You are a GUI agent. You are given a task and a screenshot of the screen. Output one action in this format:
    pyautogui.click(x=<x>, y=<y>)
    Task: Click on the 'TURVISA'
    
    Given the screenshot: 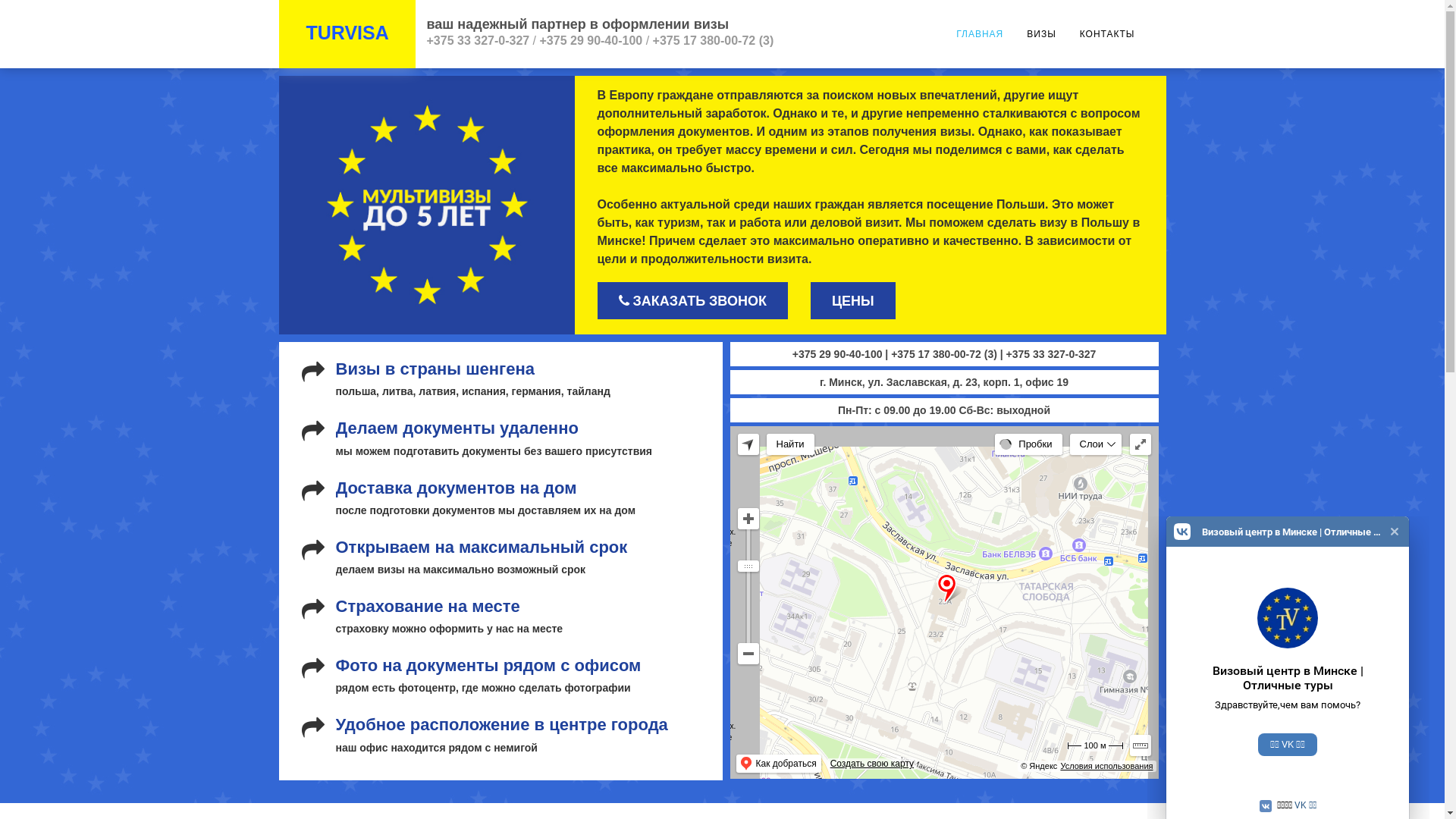 What is the action you would take?
    pyautogui.click(x=347, y=32)
    